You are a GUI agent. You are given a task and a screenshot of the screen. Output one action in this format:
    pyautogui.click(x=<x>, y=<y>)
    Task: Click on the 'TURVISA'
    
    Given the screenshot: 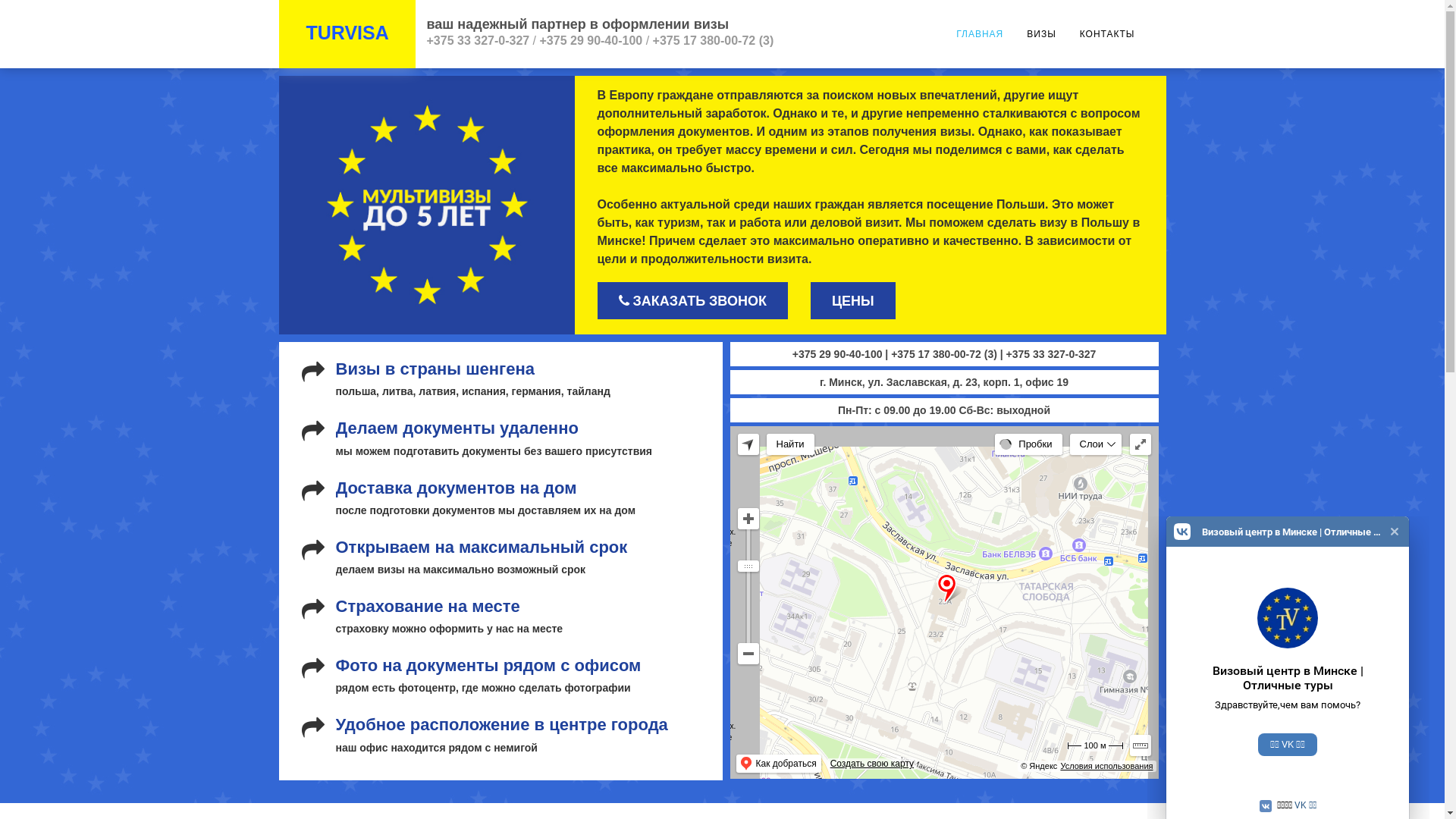 What is the action you would take?
    pyautogui.click(x=347, y=32)
    